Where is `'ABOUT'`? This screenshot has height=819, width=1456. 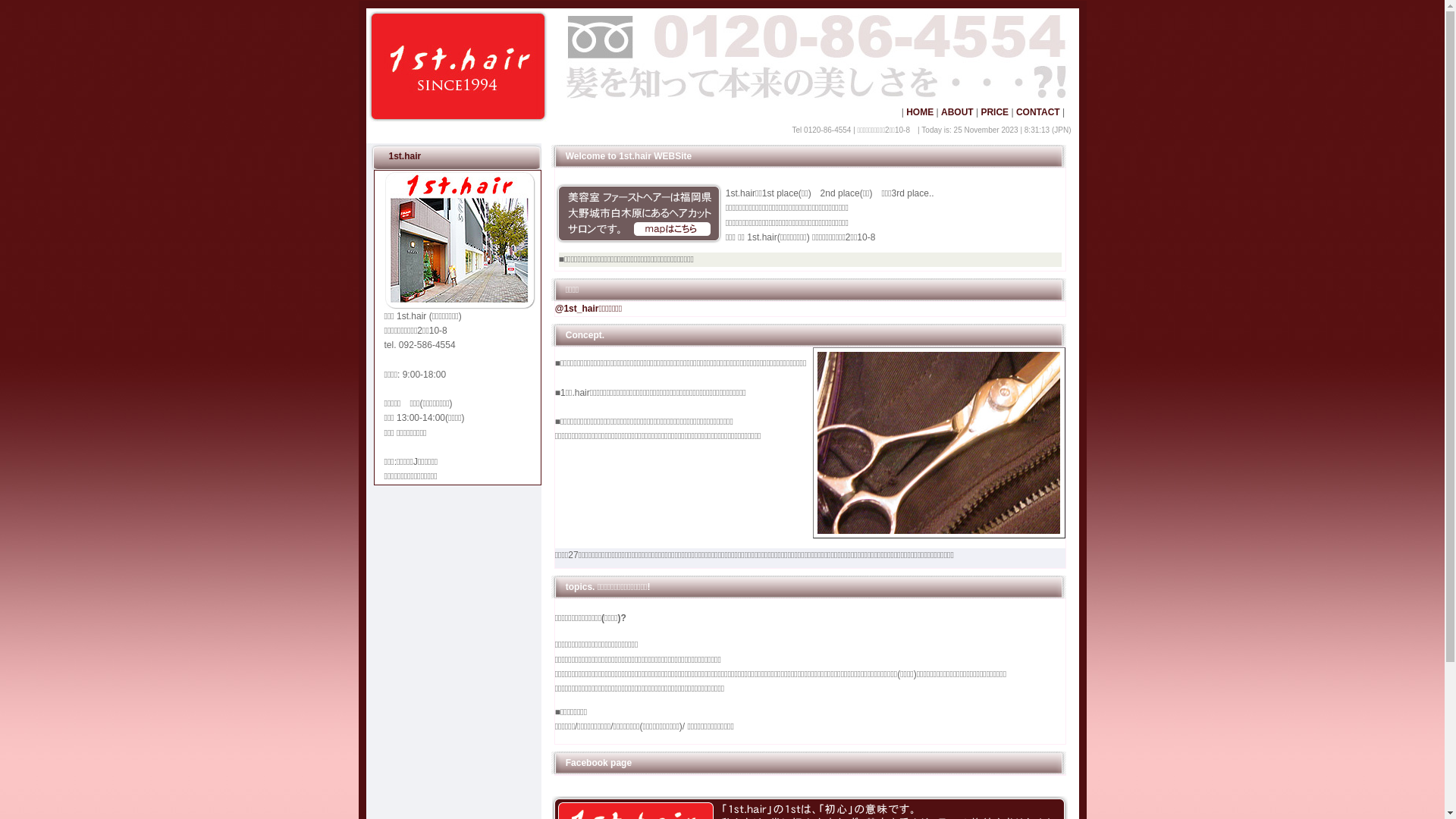 'ABOUT' is located at coordinates (940, 111).